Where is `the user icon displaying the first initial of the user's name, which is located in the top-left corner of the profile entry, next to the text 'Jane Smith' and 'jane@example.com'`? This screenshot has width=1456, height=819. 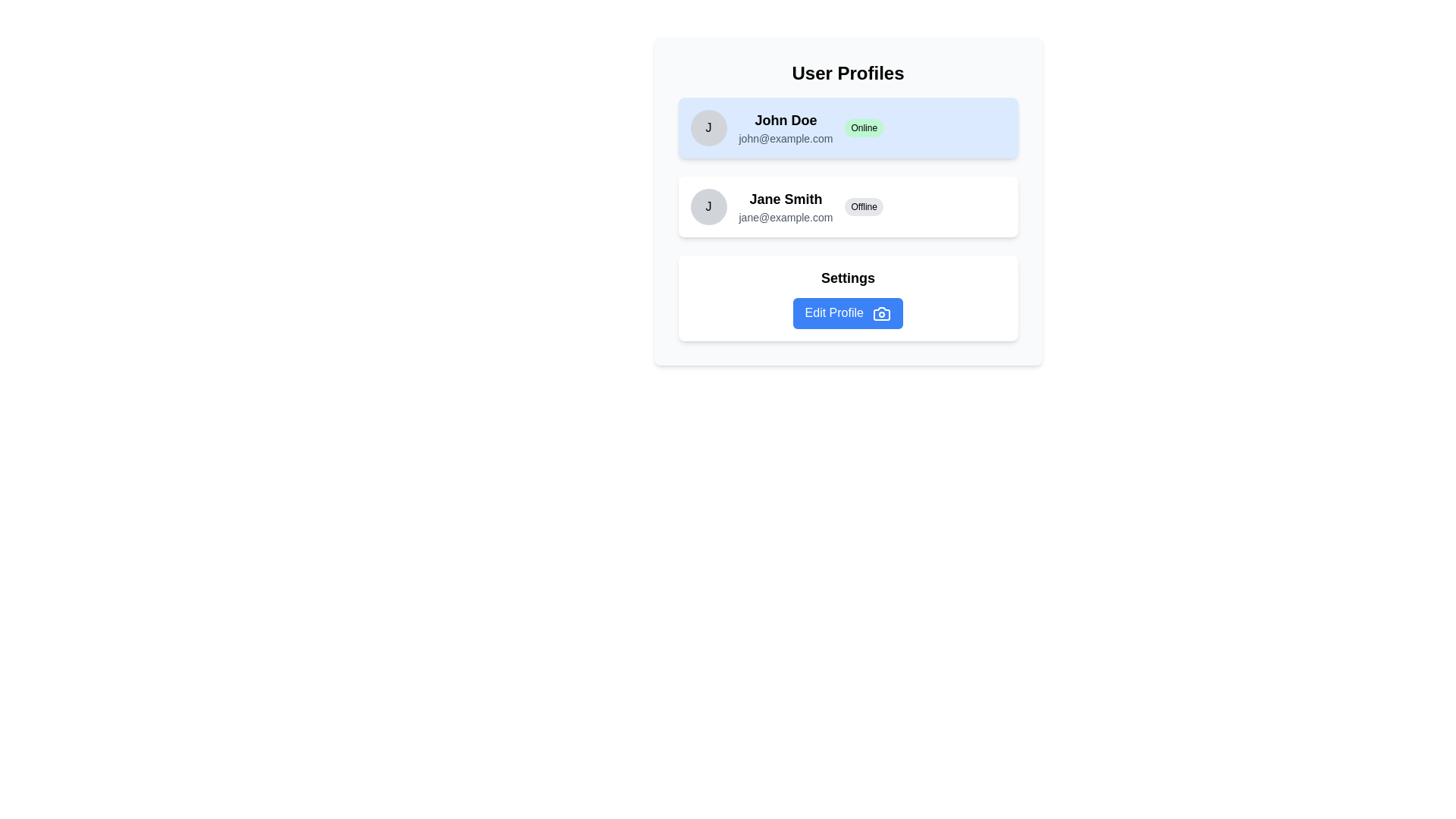
the user icon displaying the first initial of the user's name, which is located in the top-left corner of the profile entry, next to the text 'Jane Smith' and 'jane@example.com' is located at coordinates (708, 207).